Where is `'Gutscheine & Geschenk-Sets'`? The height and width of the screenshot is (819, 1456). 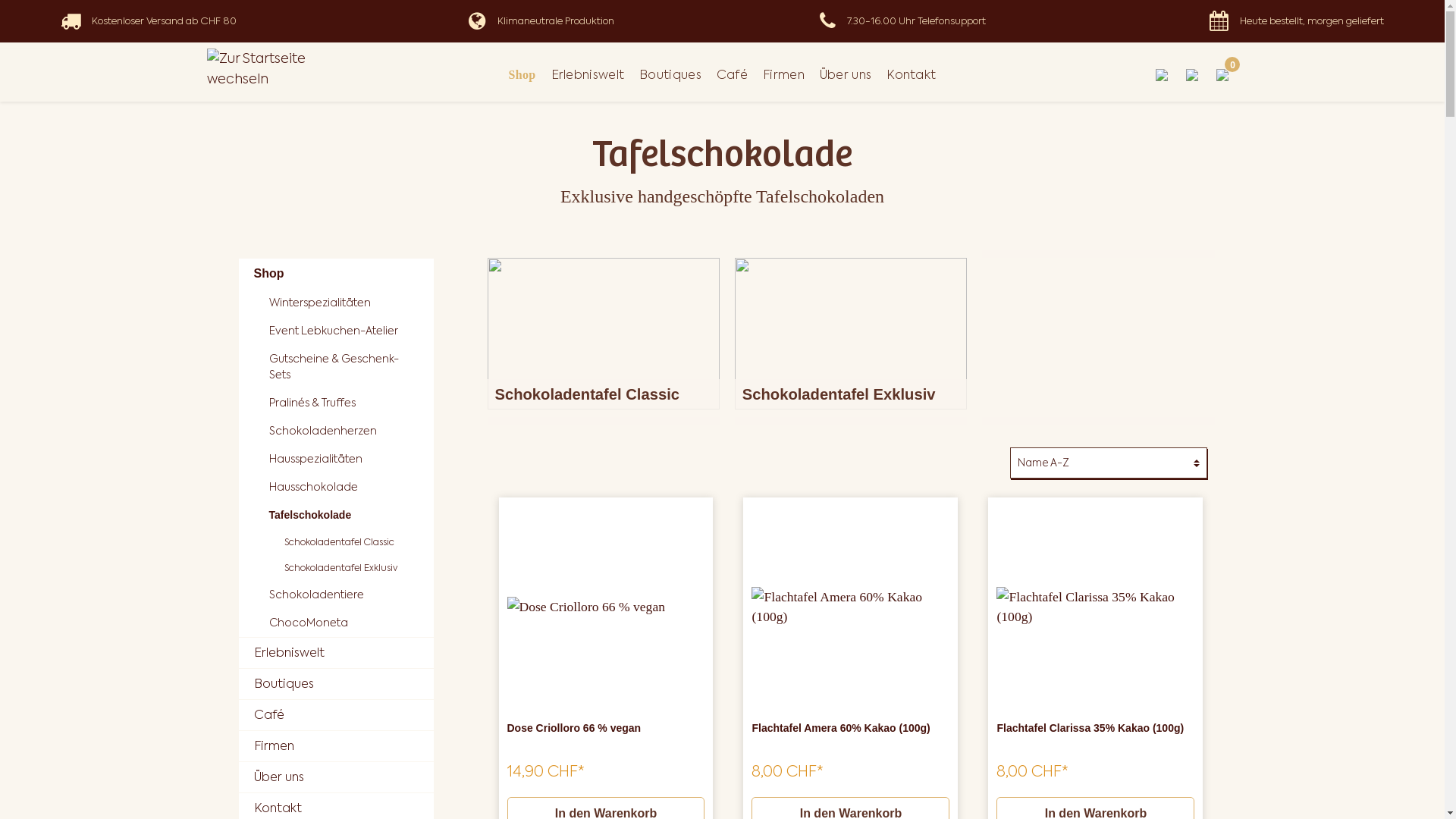 'Gutscheine & Geschenk-Sets' is located at coordinates (342, 366).